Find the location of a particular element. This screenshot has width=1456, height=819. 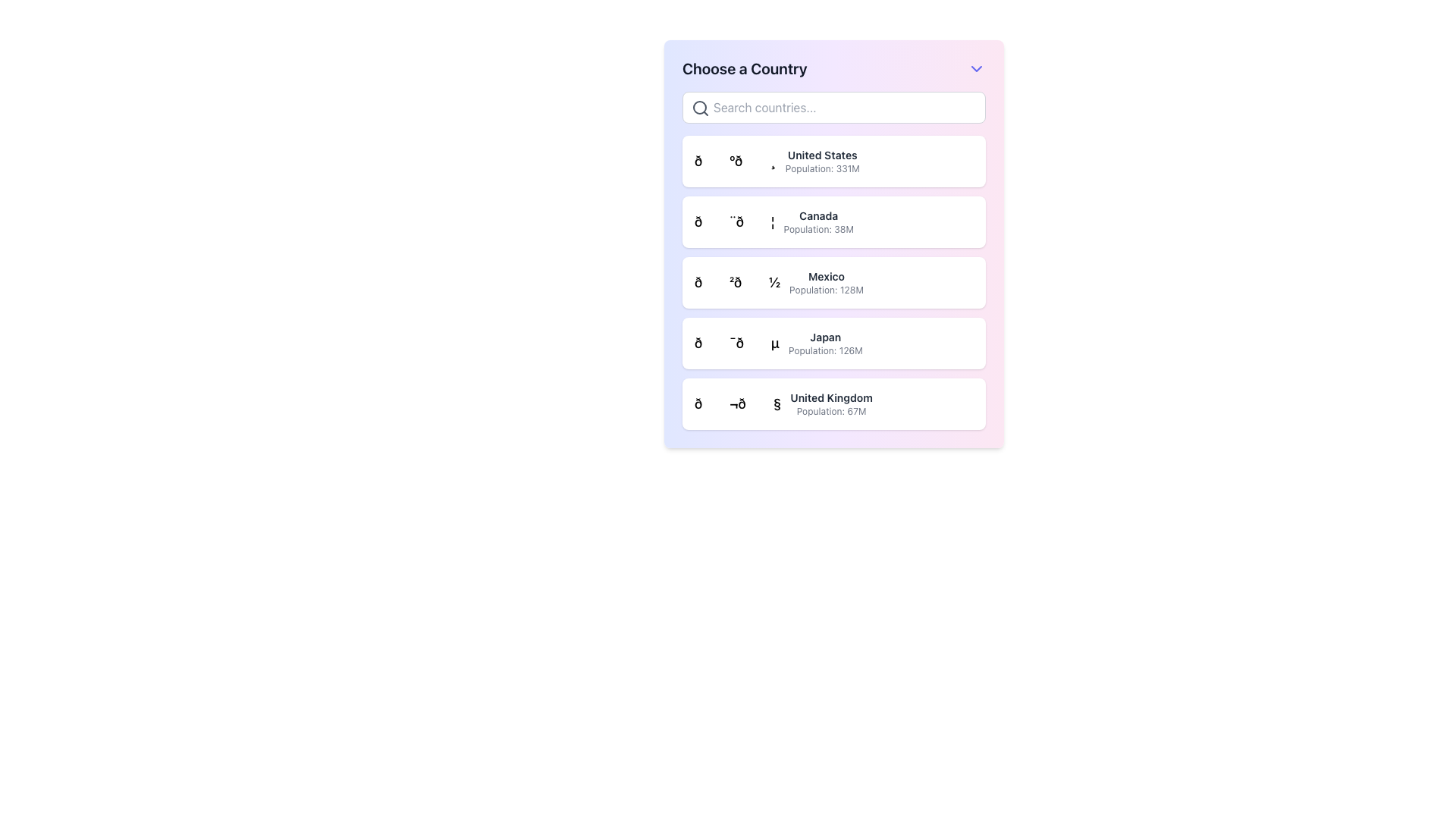

the Dropdown trigger icon located beside the 'Choose a Country' text is located at coordinates (976, 69).